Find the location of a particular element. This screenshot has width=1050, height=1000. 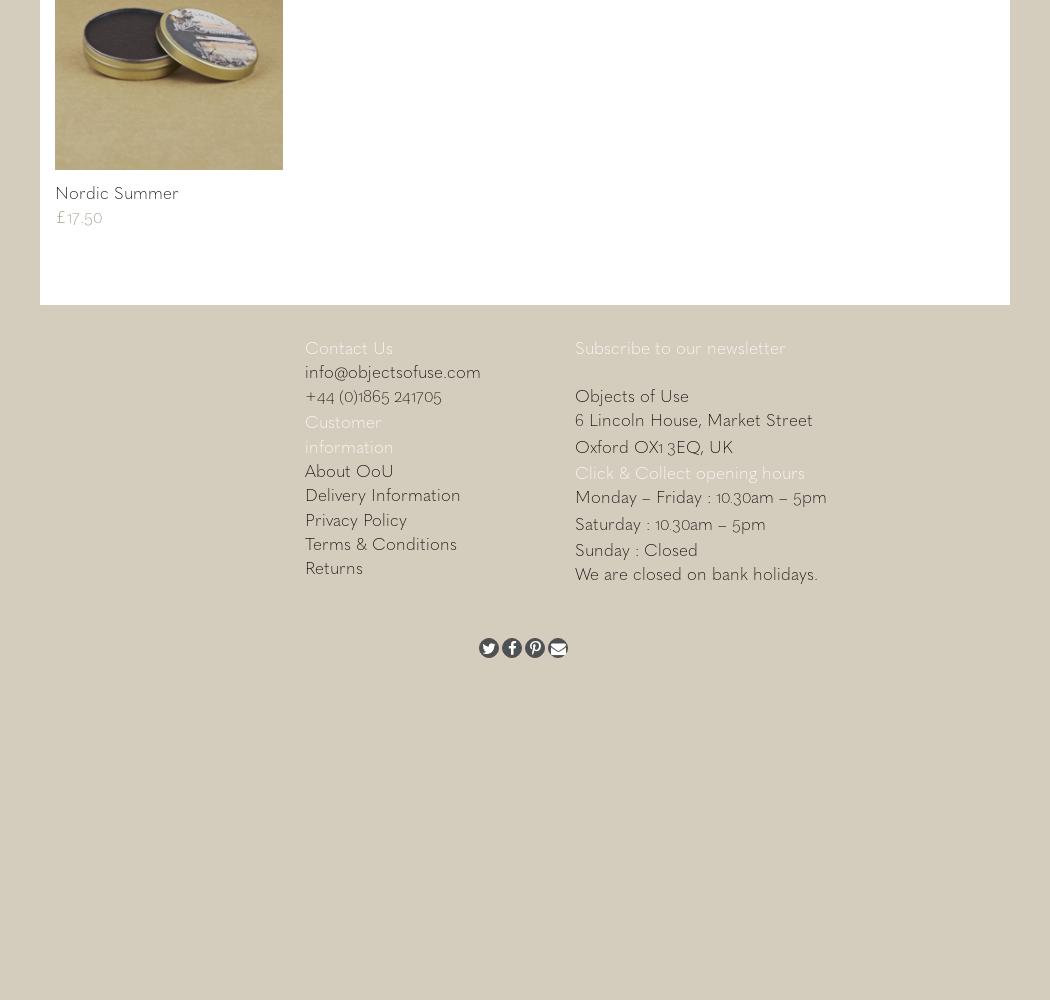

'Subscribe to our newsletter' is located at coordinates (680, 344).